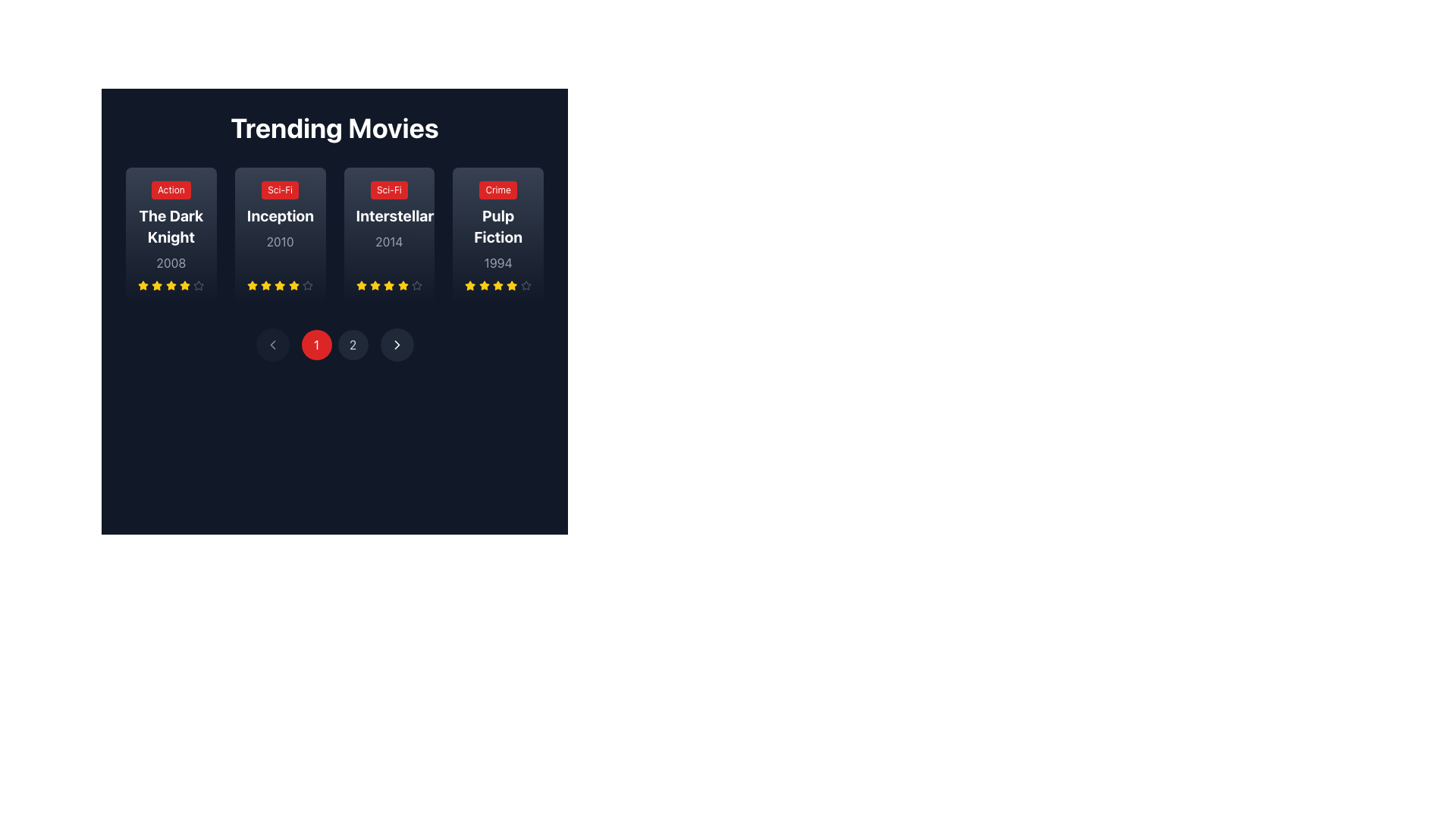 This screenshot has width=1456, height=819. Describe the element at coordinates (483, 285) in the screenshot. I see `the third filled yellow star icon in the rating system for the movie 'Pulp Fiction' located in the fourth column of the 'Trending Movies' section` at that location.